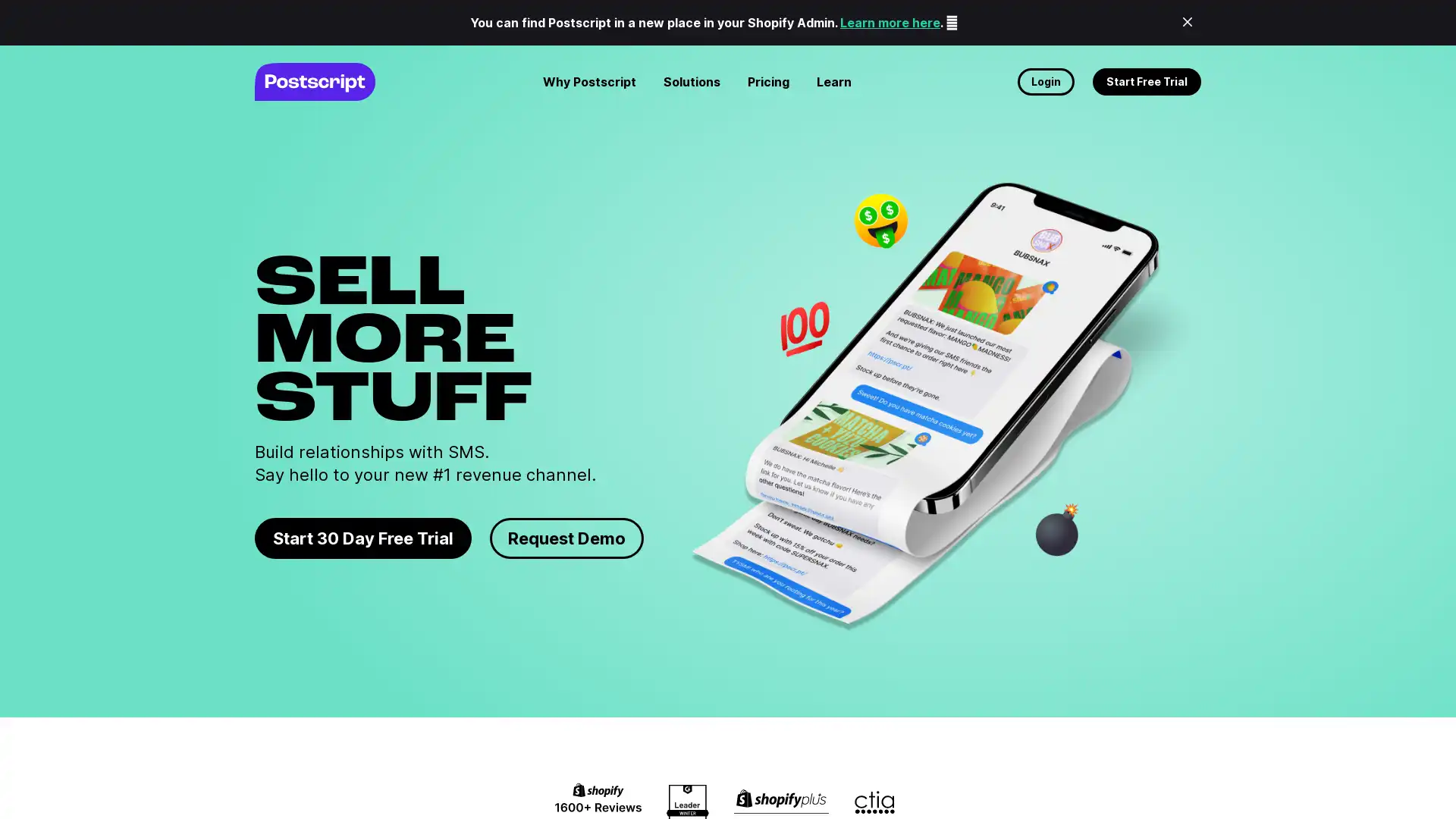  I want to click on Close Banner Announcenment, so click(1186, 22).